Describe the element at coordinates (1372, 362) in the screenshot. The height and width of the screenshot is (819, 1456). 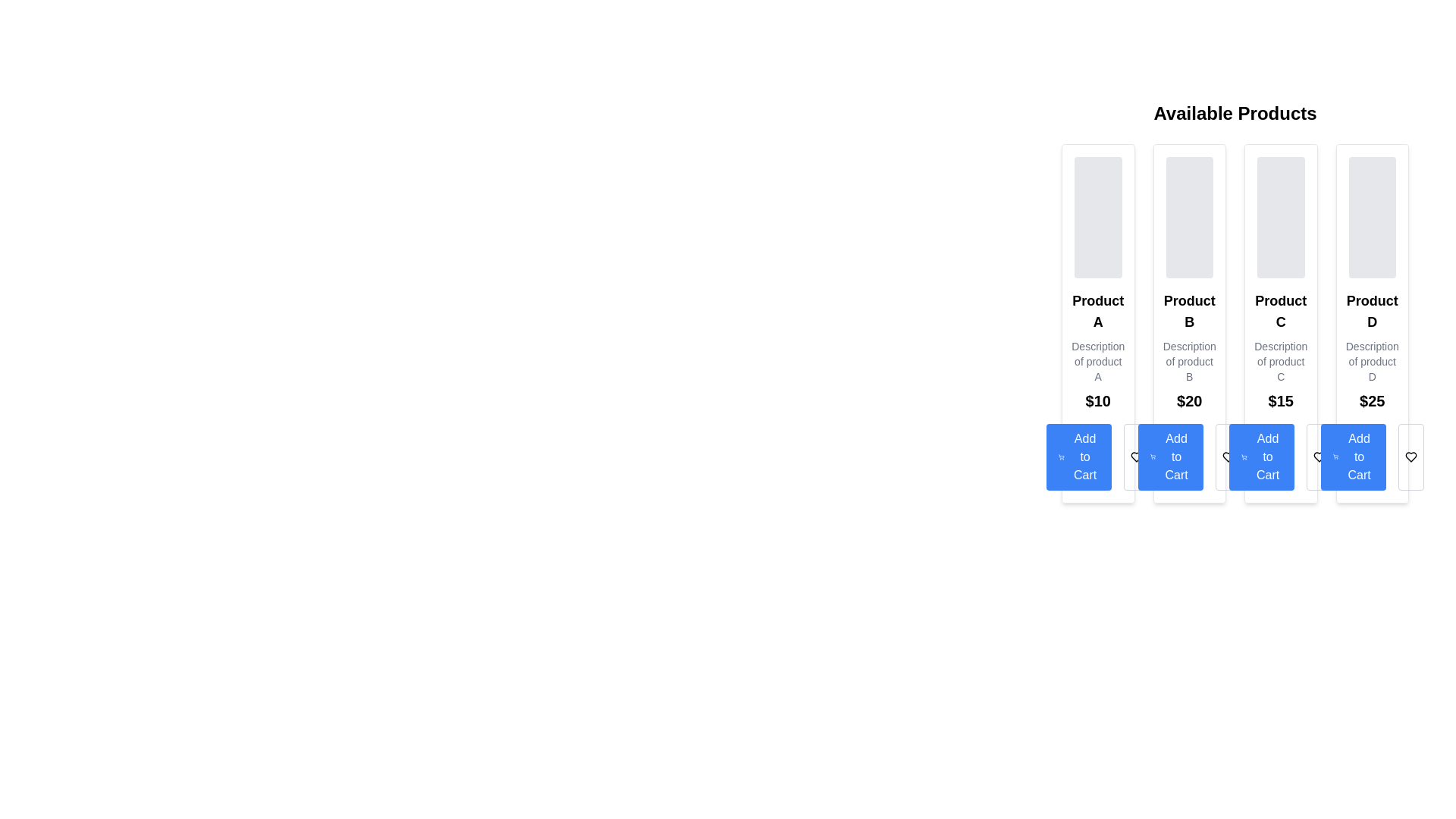
I see `the text label displaying 'Description of product D', which is styled in gray and located under the heading 'Product D'` at that location.